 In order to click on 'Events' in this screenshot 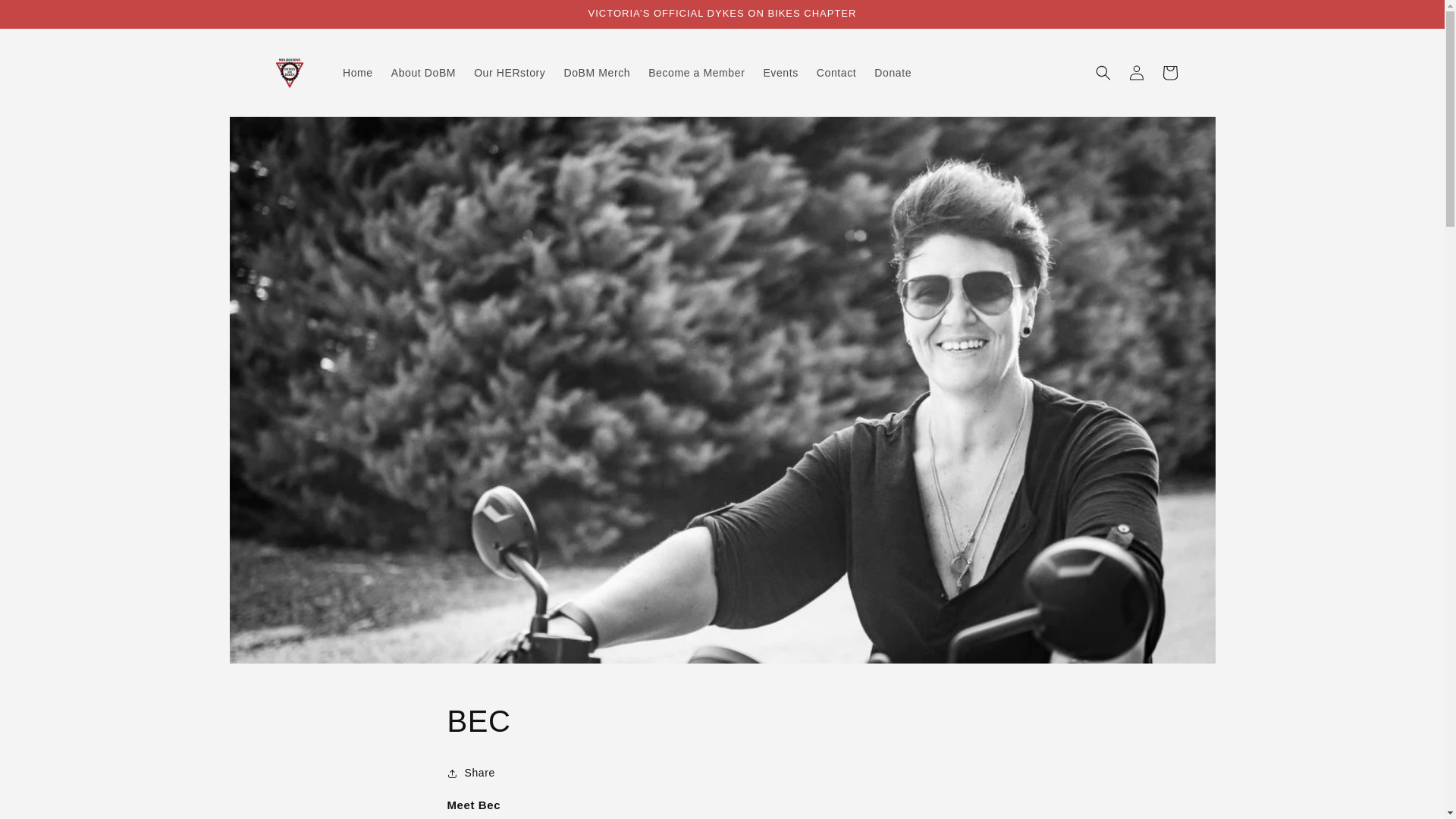, I will do `click(753, 73)`.